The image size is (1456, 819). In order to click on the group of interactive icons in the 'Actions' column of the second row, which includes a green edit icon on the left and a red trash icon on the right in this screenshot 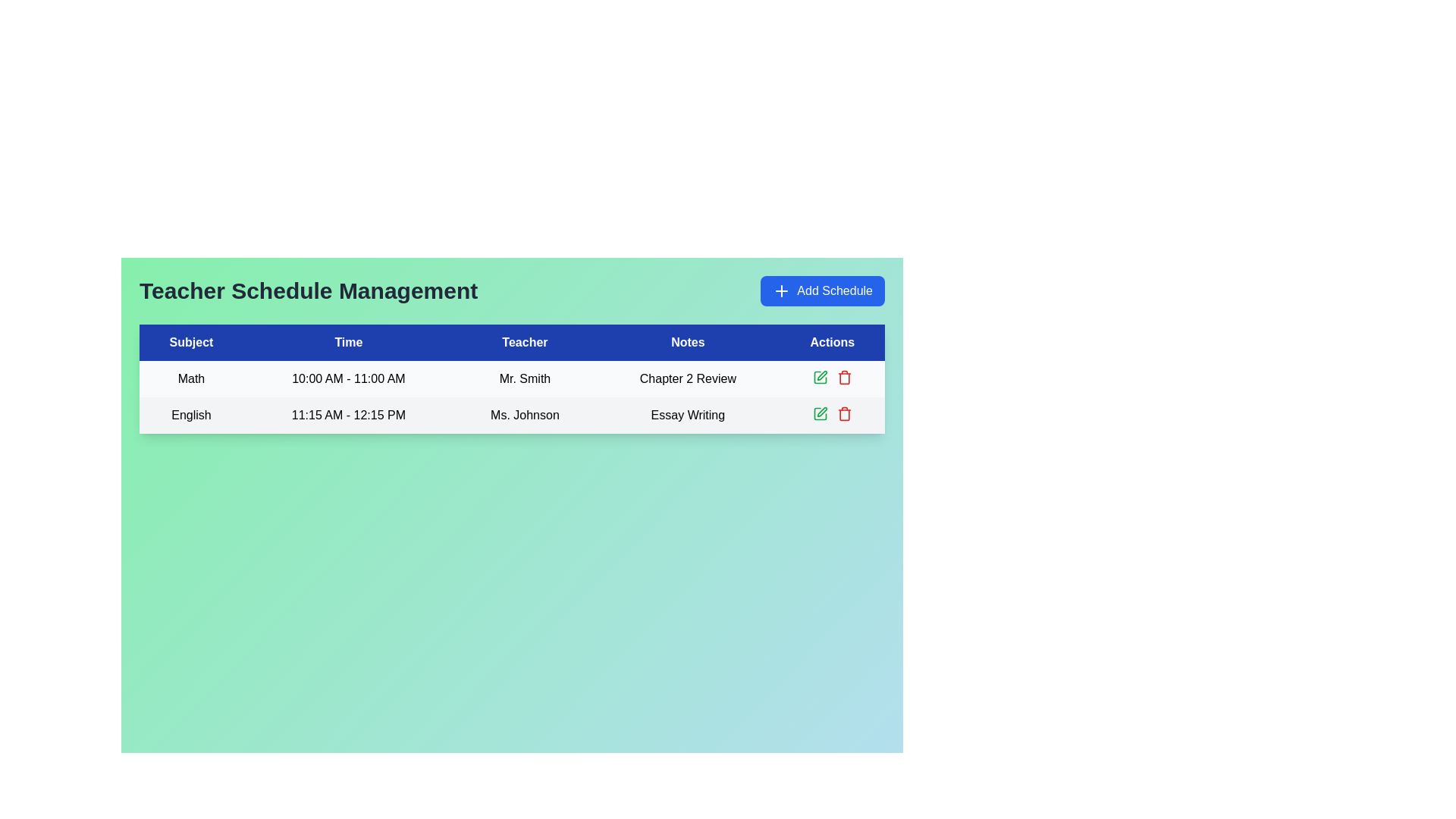, I will do `click(831, 414)`.